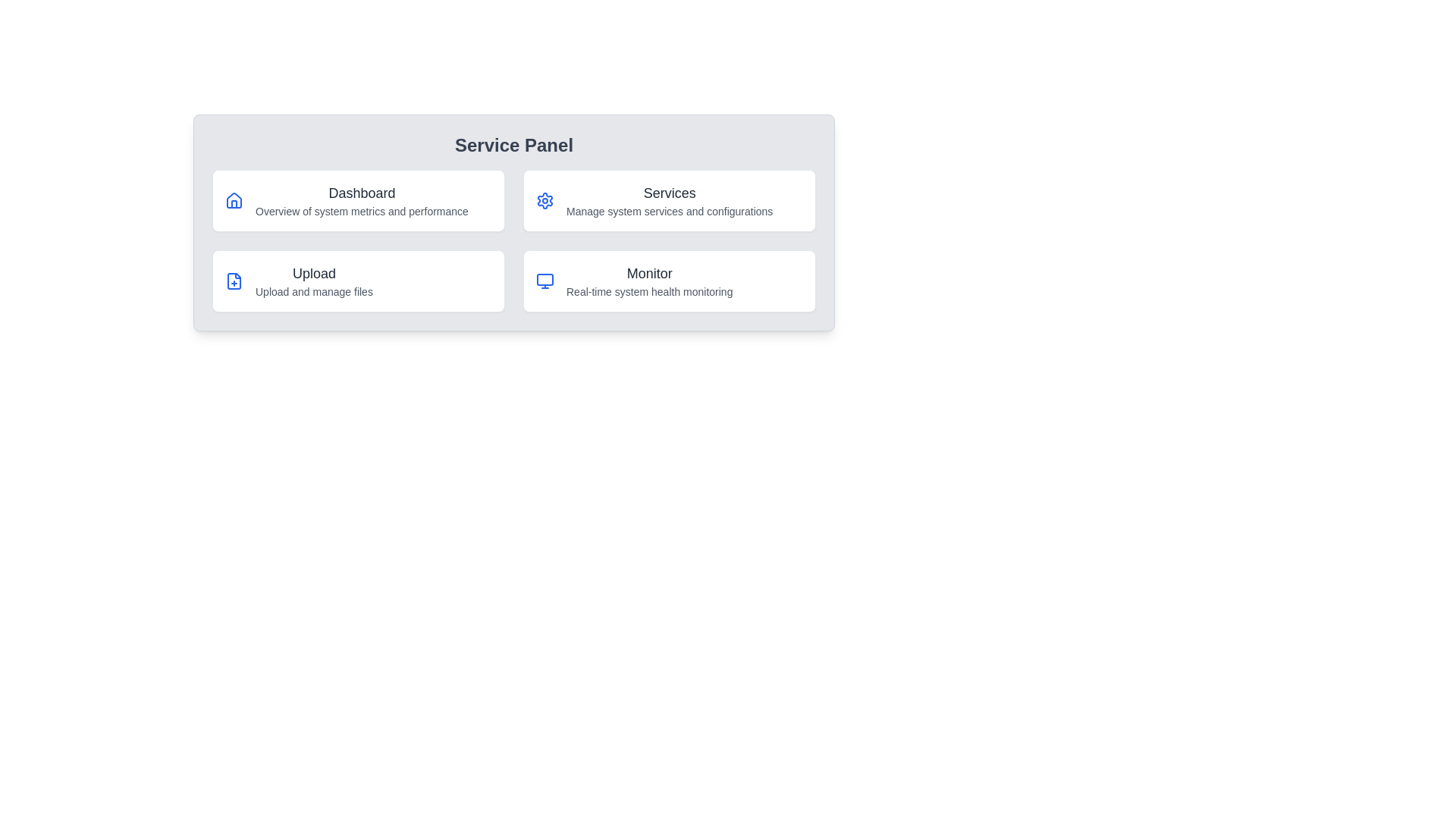  Describe the element at coordinates (545, 200) in the screenshot. I see `the blue cogwheel-shaped icon in the upper right section of the 'Services' panel` at that location.